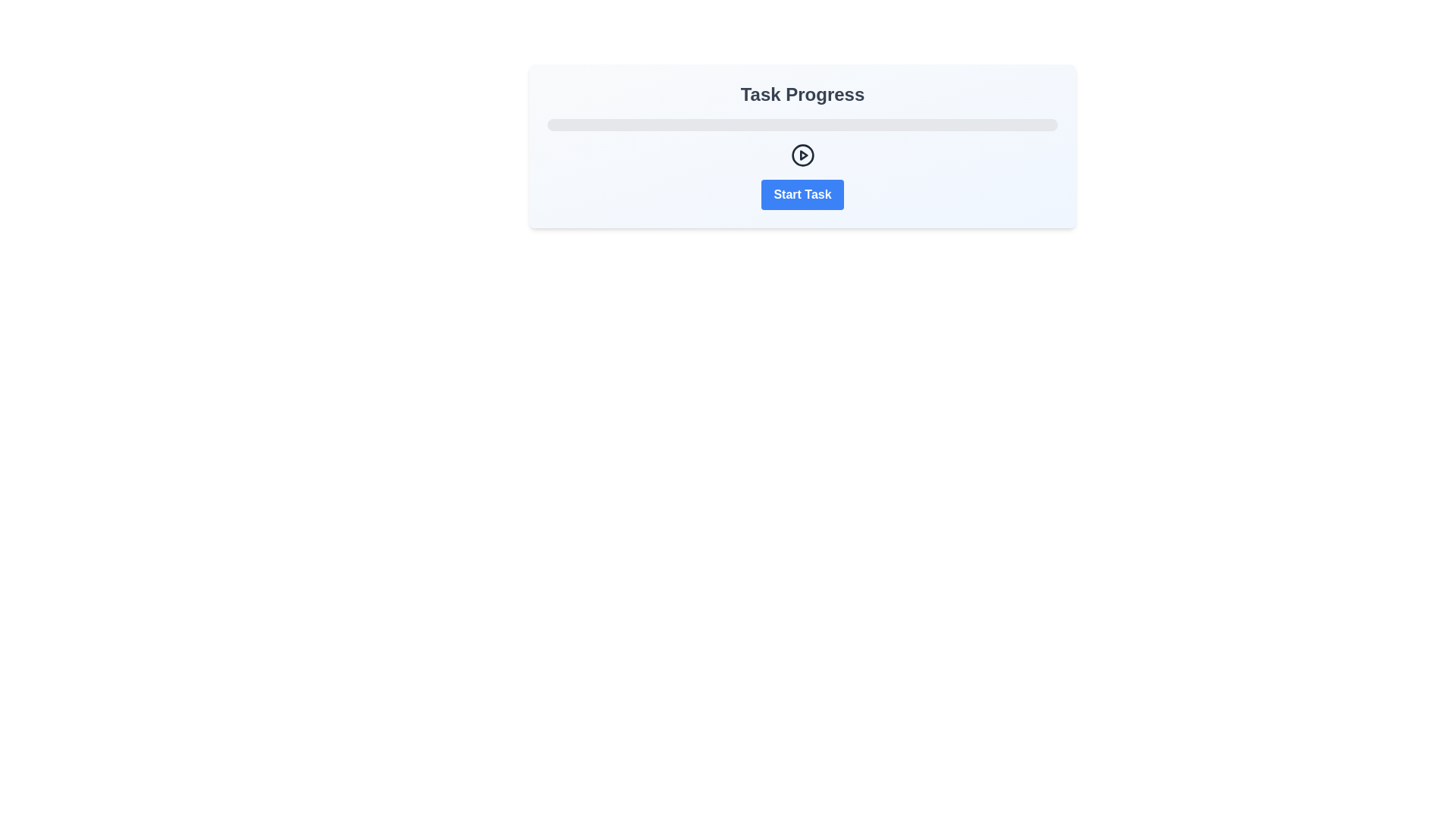 This screenshot has width=1456, height=819. I want to click on the horizontal progress bar located beneath the 'Task Progress' title and above the 'Start Task' button, which currently displays no progress, so click(802, 124).